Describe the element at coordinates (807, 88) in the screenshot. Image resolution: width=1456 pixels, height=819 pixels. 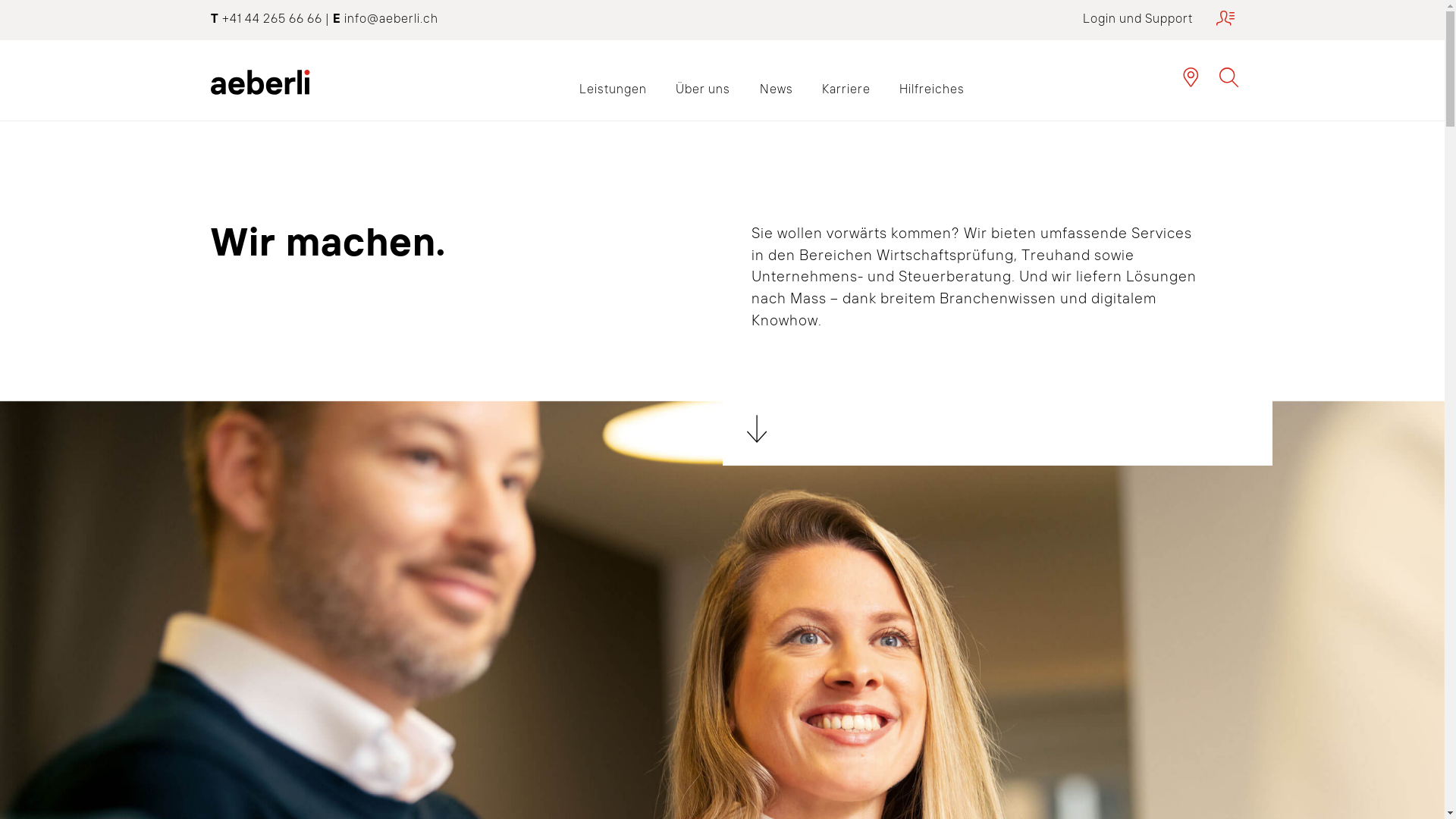
I see `'Karriere'` at that location.